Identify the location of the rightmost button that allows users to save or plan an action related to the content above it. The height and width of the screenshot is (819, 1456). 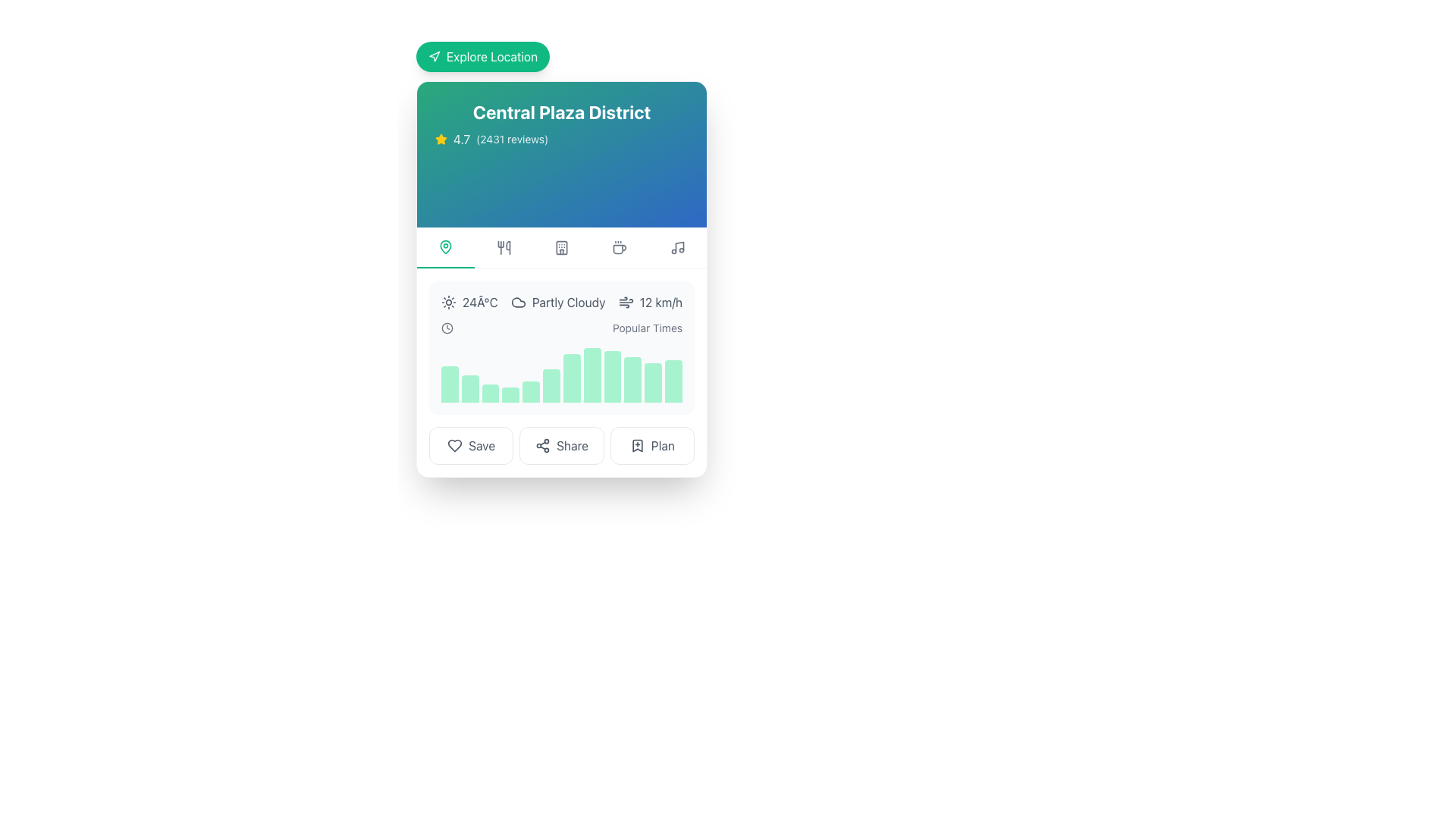
(652, 444).